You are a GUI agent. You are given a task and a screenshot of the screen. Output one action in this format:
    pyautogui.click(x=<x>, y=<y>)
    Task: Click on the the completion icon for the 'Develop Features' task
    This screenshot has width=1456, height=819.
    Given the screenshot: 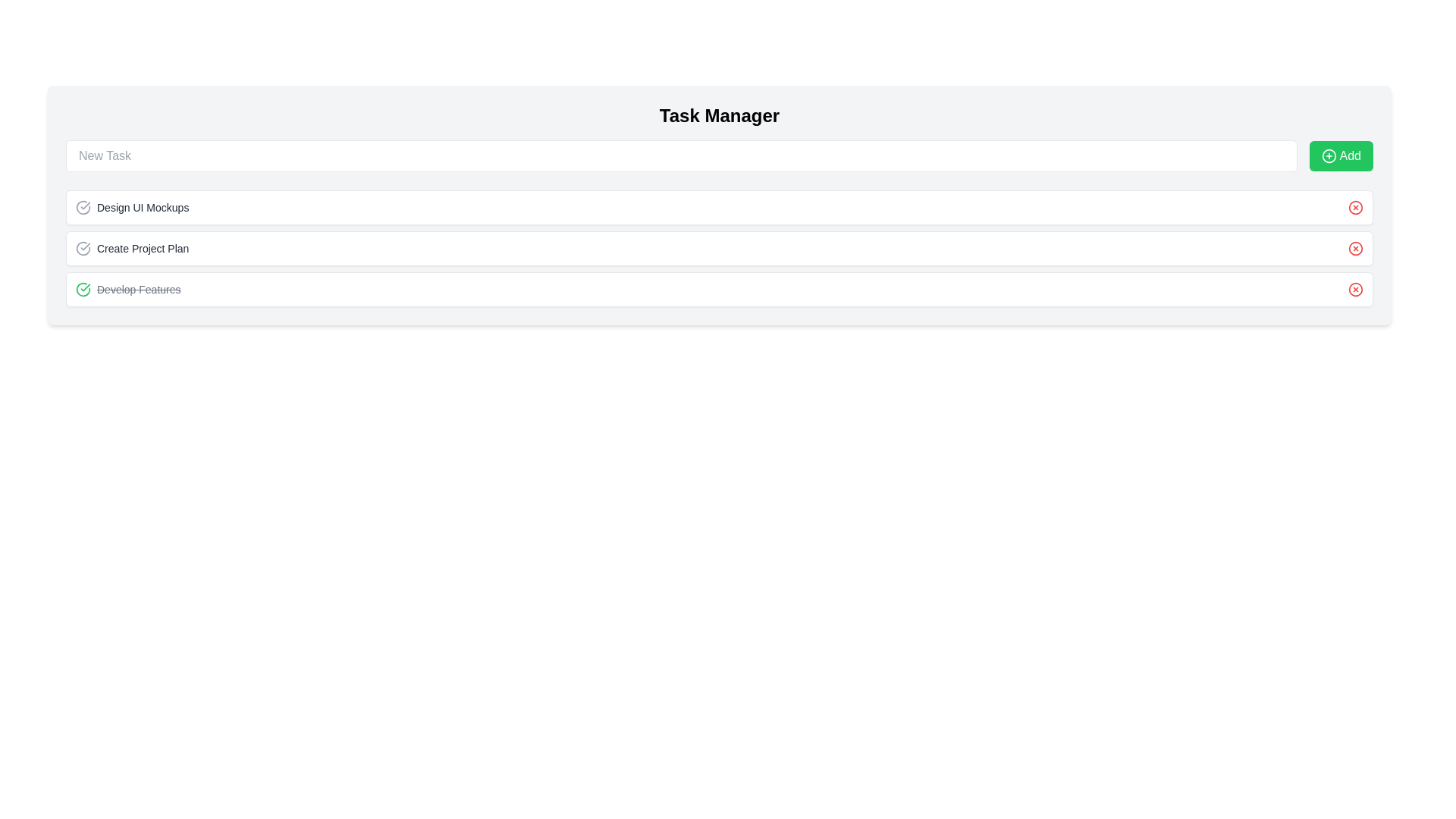 What is the action you would take?
    pyautogui.click(x=83, y=289)
    